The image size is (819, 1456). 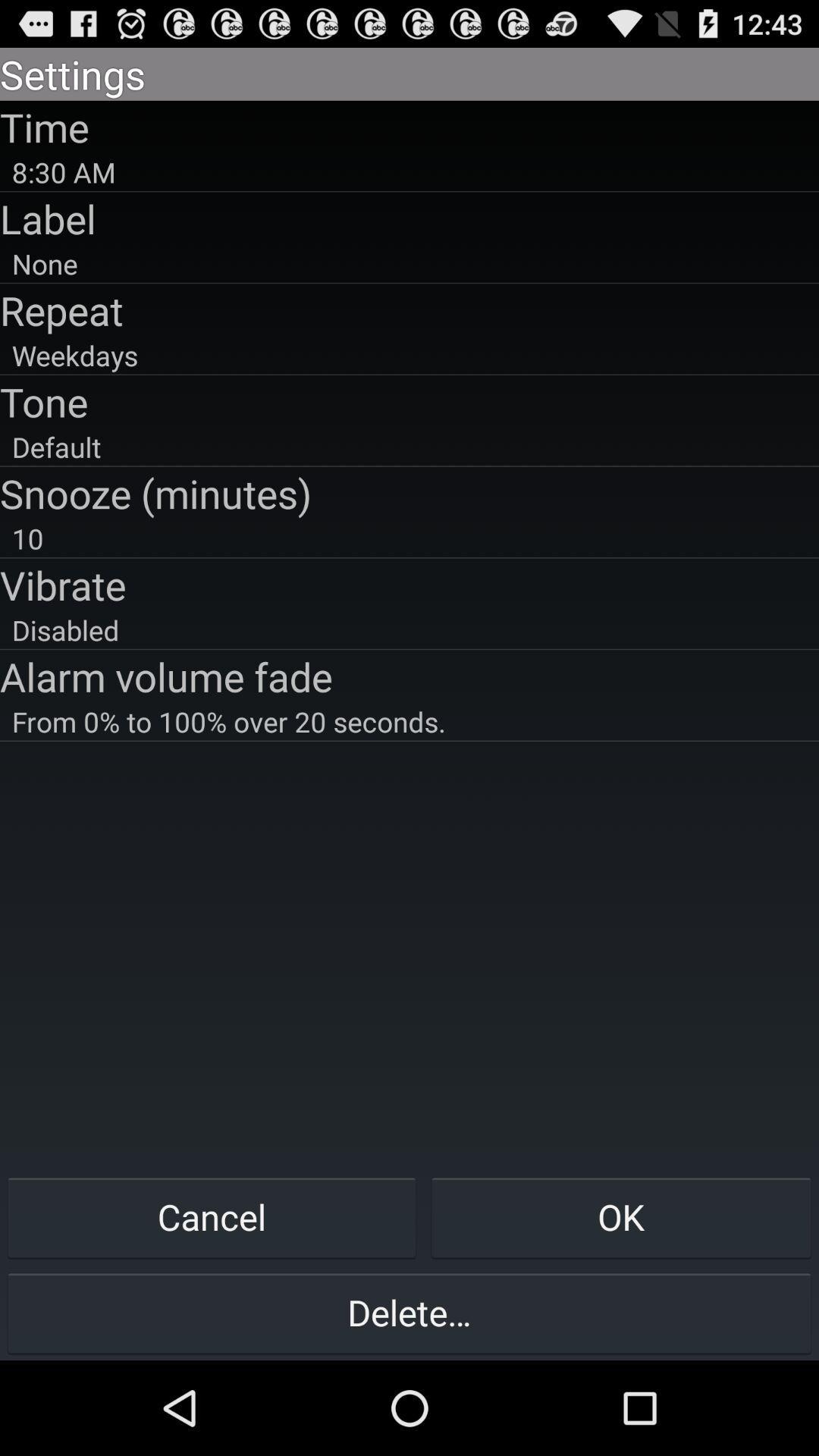 I want to click on the item below repeat app, so click(x=409, y=354).